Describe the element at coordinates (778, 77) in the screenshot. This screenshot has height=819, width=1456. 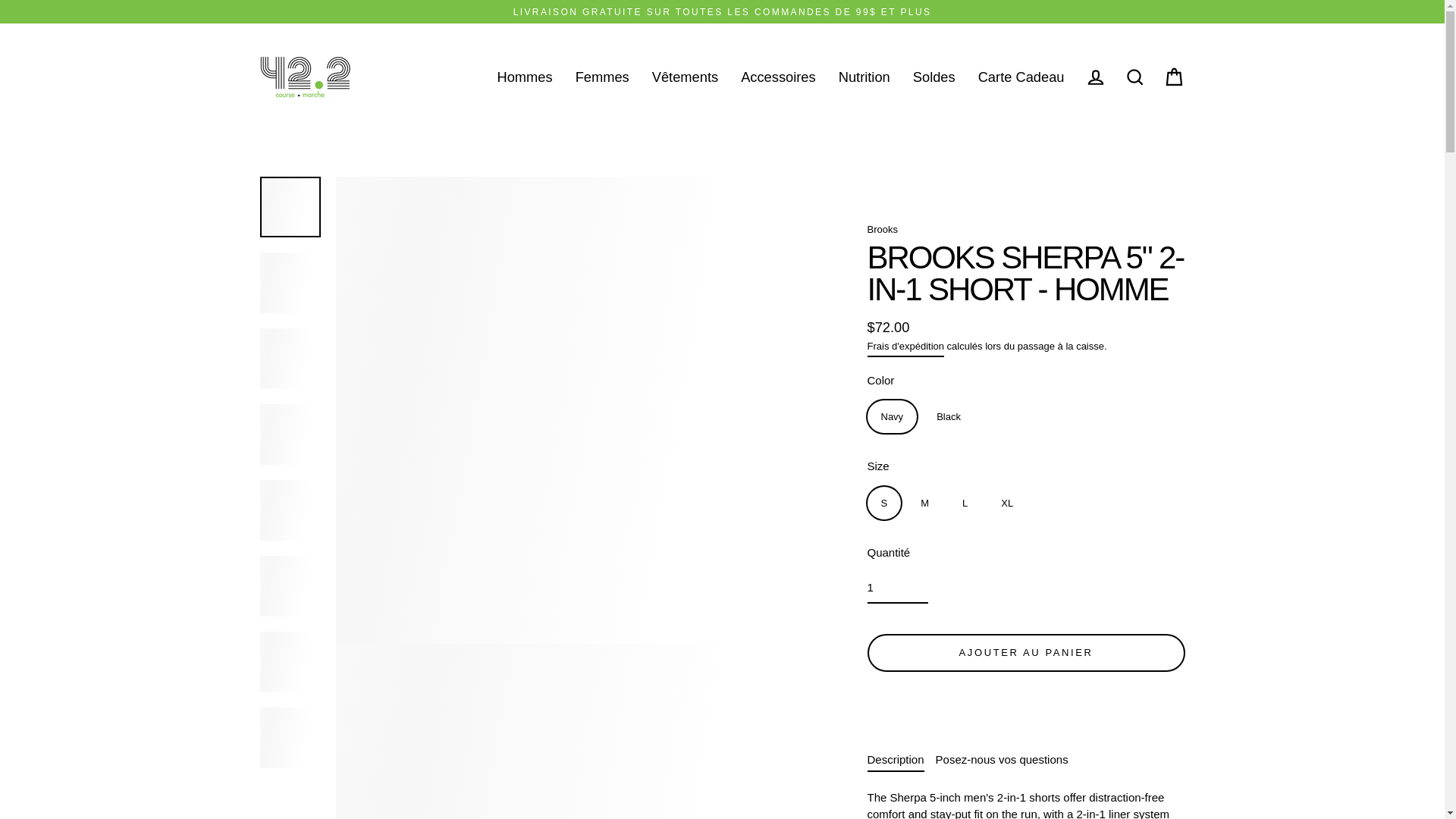
I see `'Accessoires'` at that location.